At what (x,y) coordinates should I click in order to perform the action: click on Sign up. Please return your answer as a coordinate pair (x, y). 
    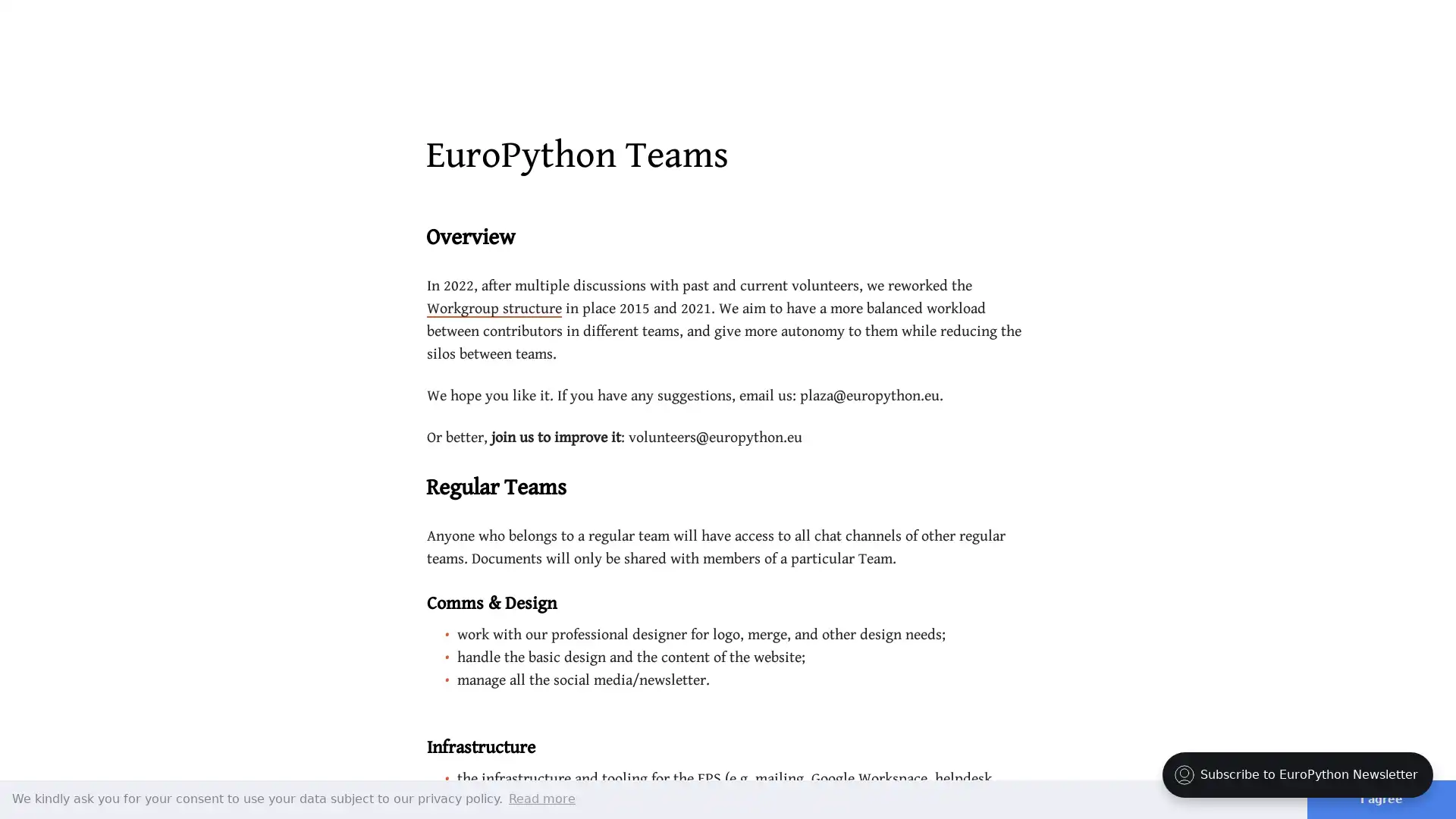
    Looking at the image, I should click on (1398, 29).